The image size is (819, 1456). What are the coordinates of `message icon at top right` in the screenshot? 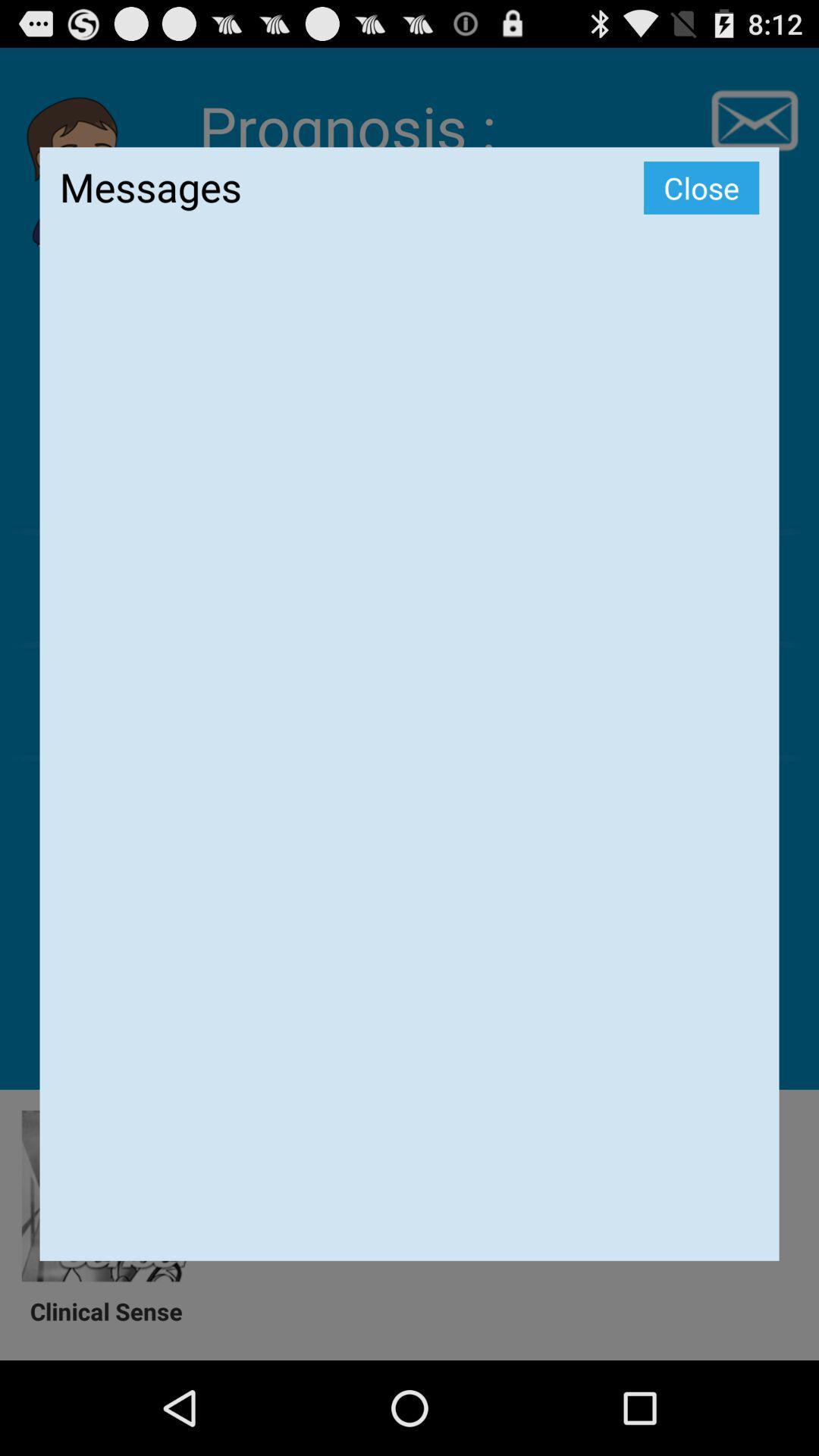 It's located at (754, 120).